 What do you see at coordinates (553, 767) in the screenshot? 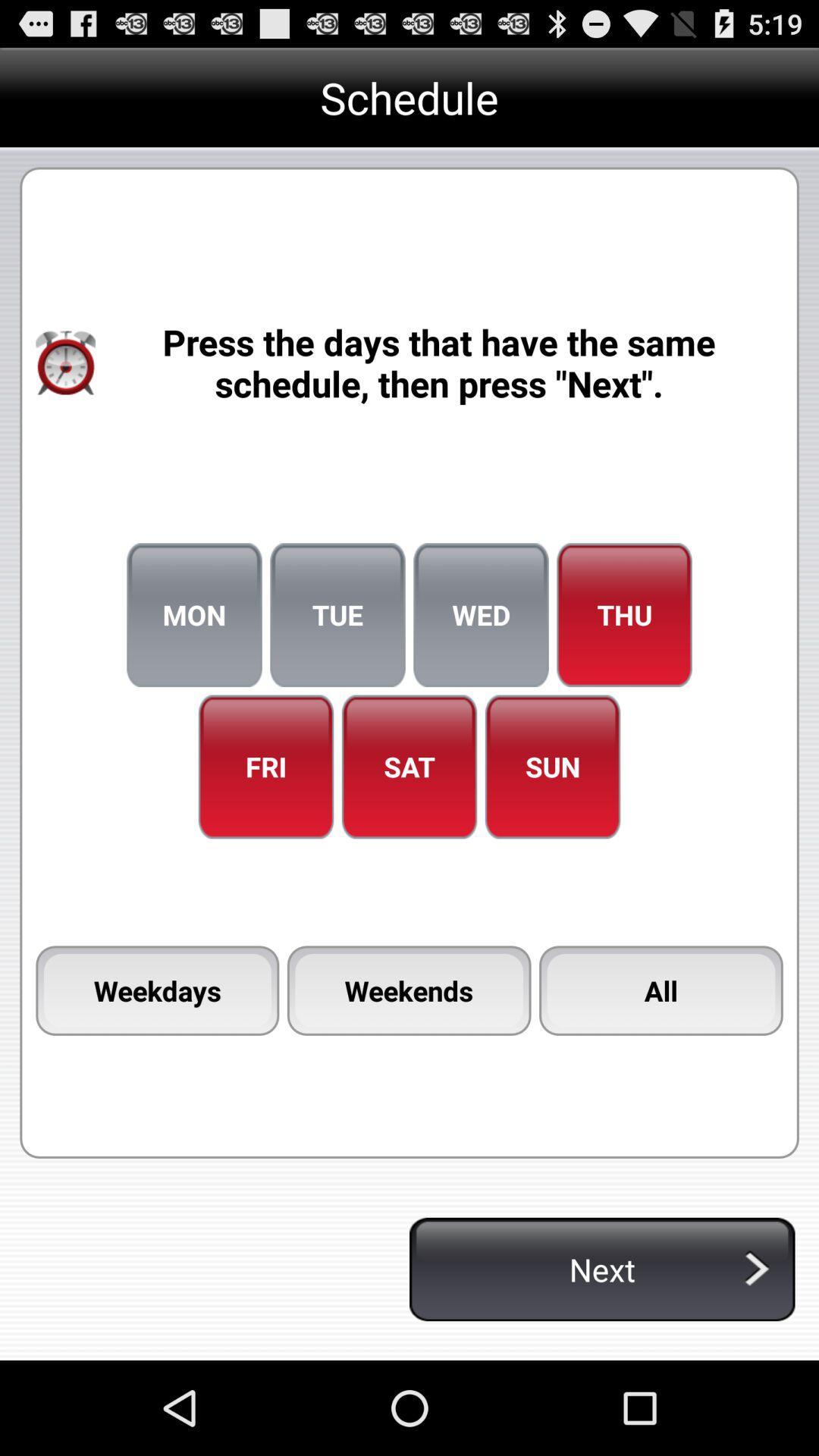
I see `sun icon` at bounding box center [553, 767].